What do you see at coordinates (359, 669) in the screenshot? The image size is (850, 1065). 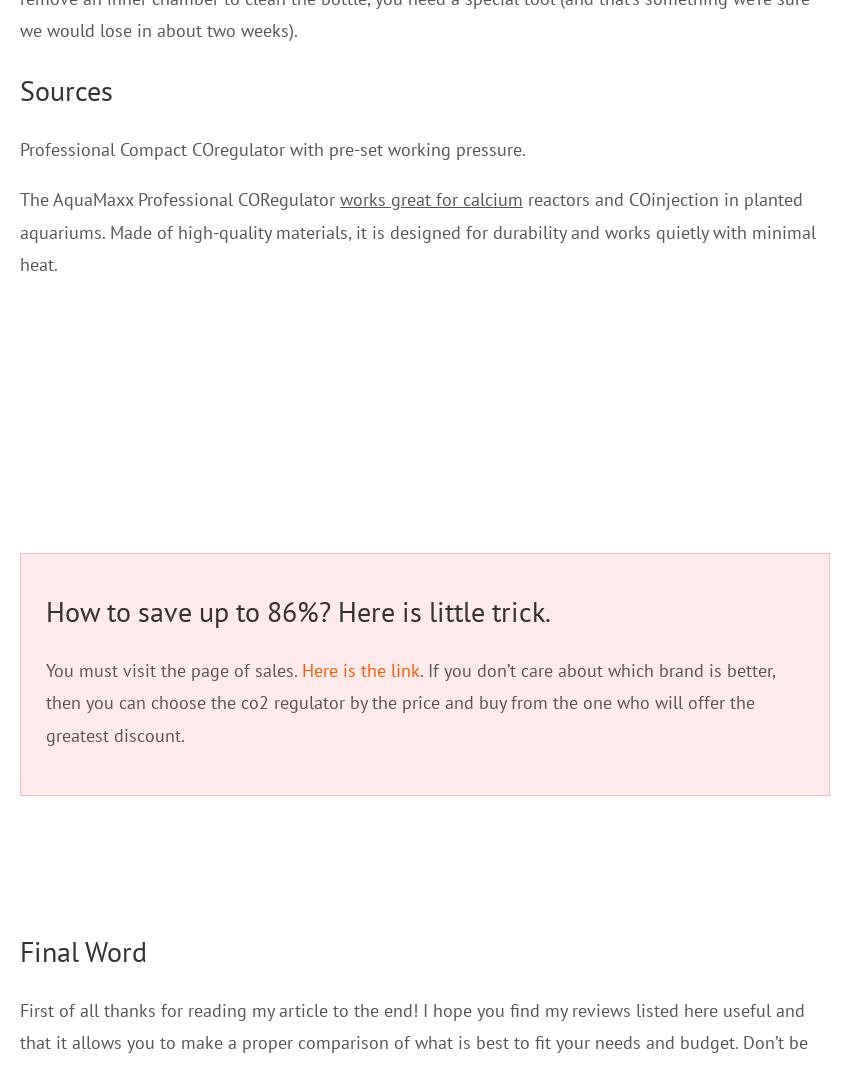 I see `'Here is the link'` at bounding box center [359, 669].